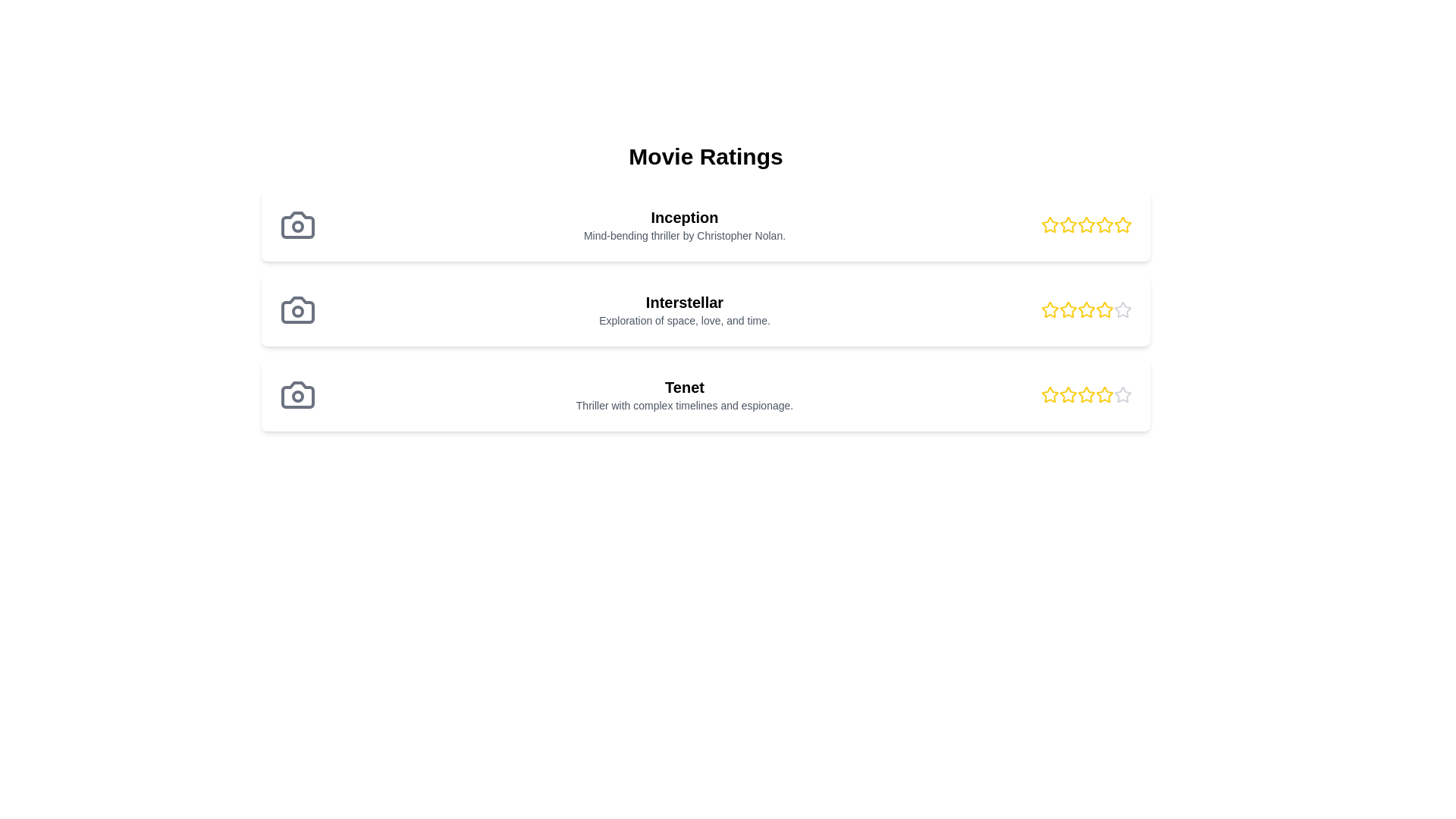  What do you see at coordinates (298, 396) in the screenshot?
I see `the circular shape located at the center of the lens of the third camera icon from the top, which is positioned to the left of the 'Tenet' movie entry` at bounding box center [298, 396].